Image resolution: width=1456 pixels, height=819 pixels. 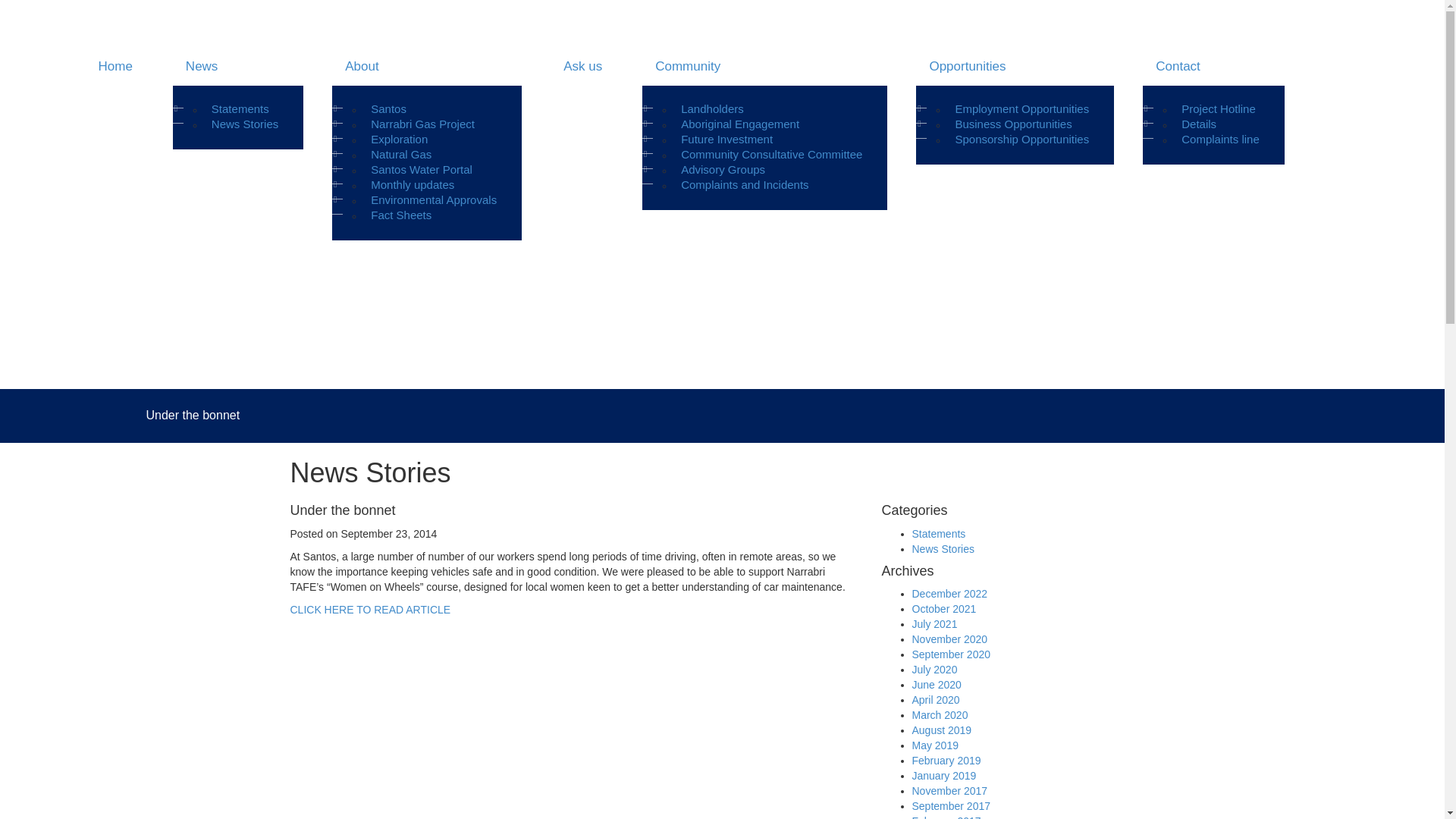 I want to click on 'August 2019', so click(x=940, y=730).